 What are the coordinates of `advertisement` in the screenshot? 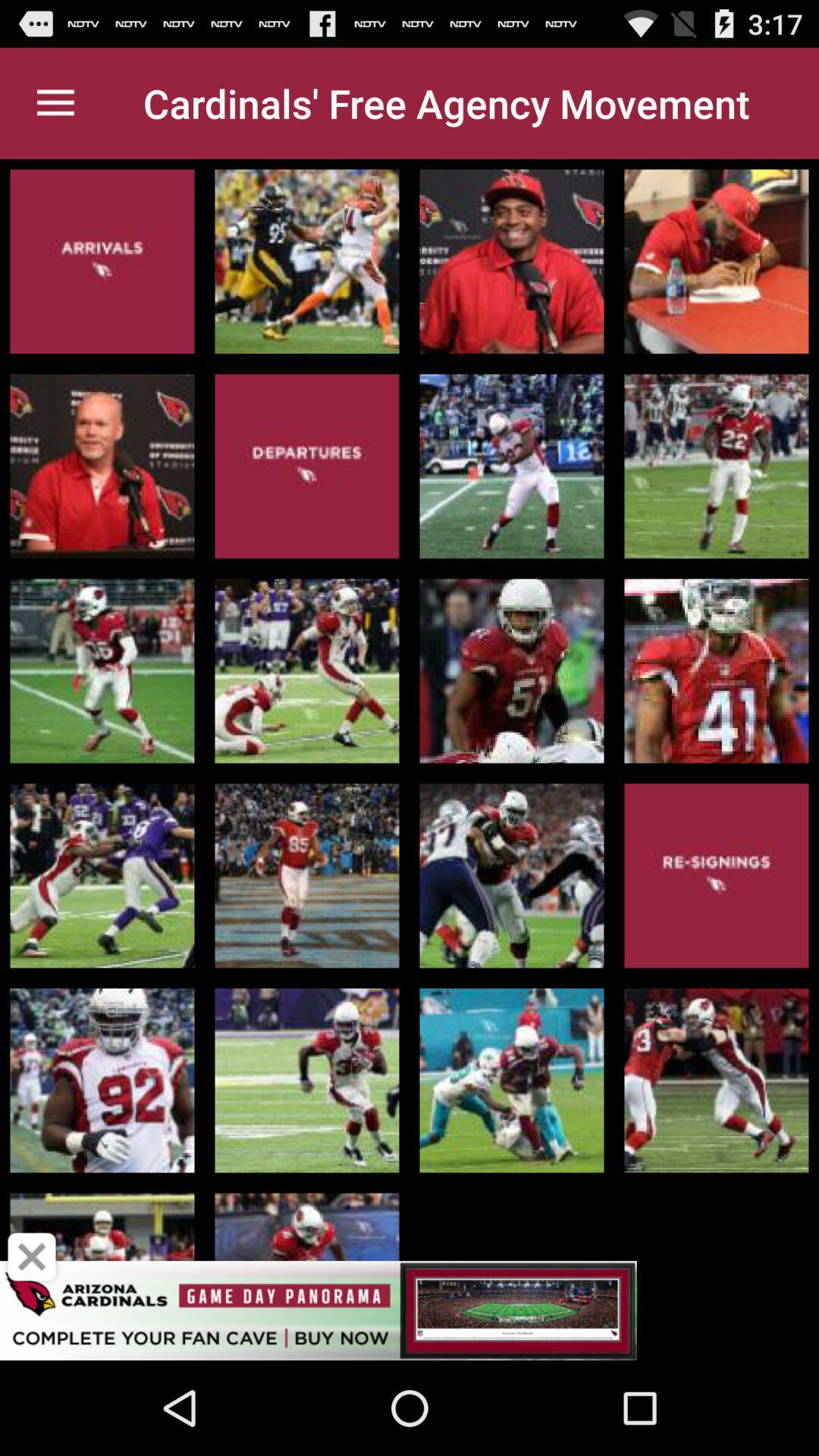 It's located at (409, 1310).